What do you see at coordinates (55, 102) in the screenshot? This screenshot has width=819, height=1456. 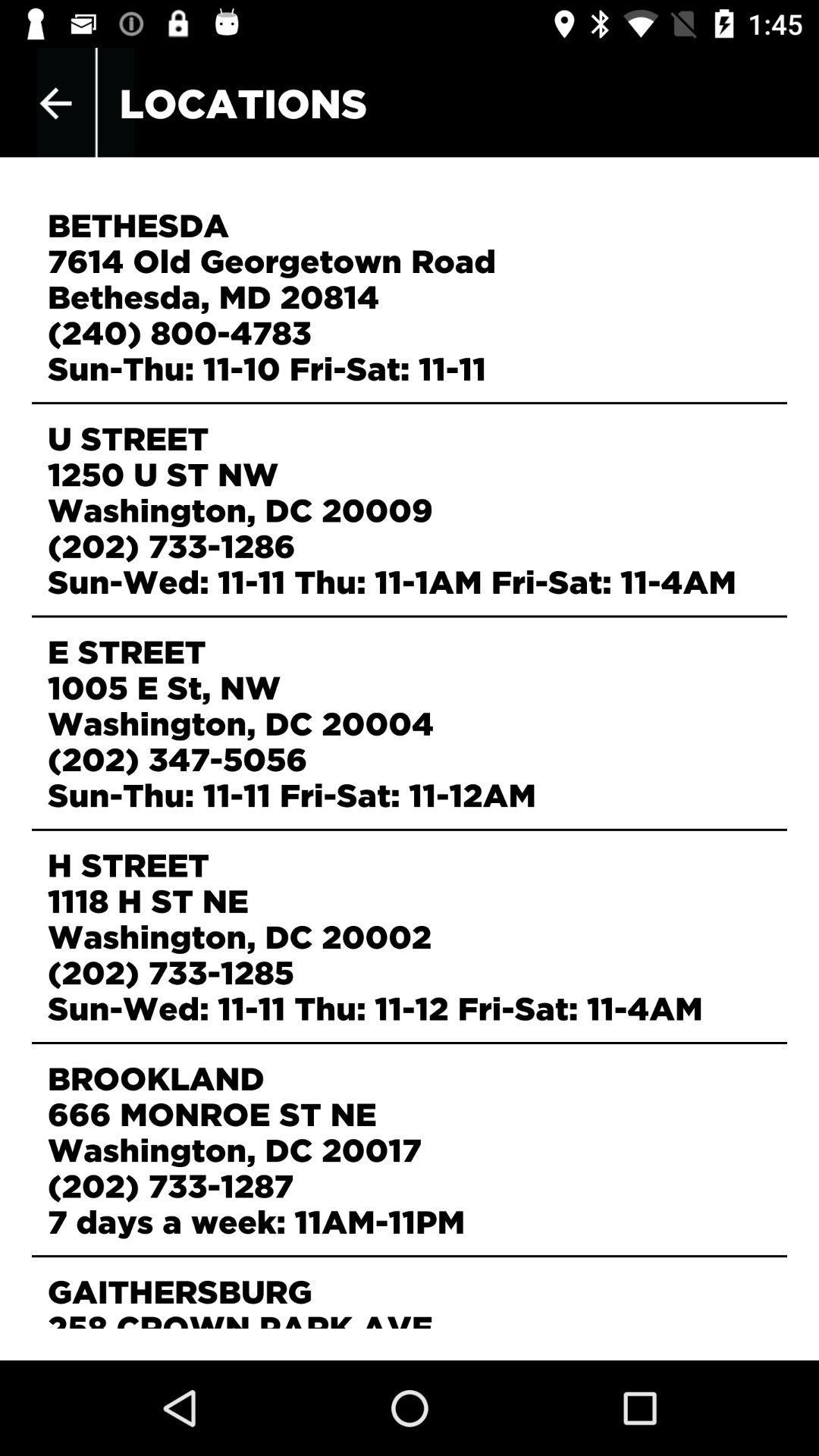 I see `item to the left of the locations item` at bounding box center [55, 102].